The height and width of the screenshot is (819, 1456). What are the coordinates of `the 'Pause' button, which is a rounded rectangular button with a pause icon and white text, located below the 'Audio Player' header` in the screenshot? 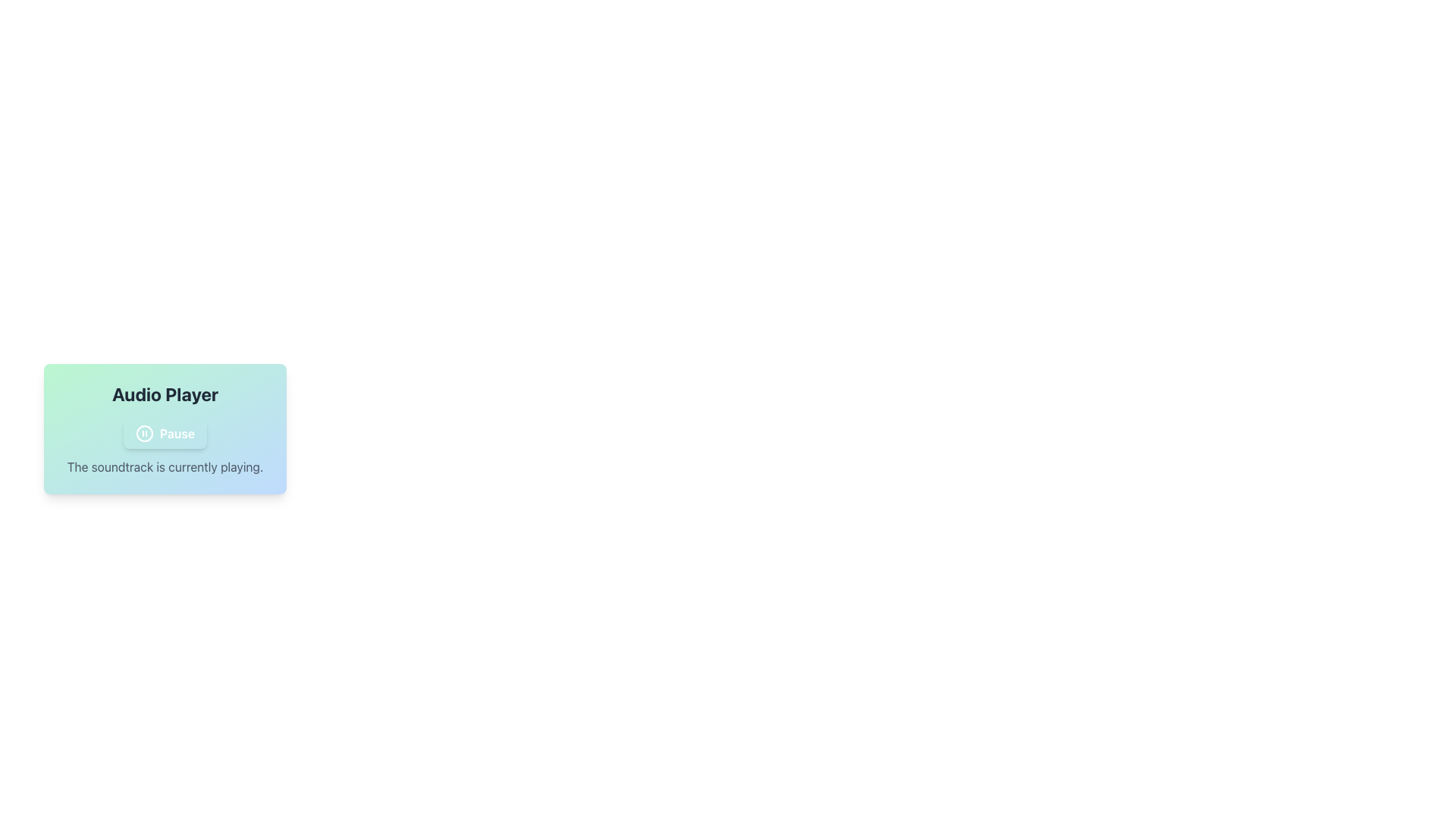 It's located at (165, 433).